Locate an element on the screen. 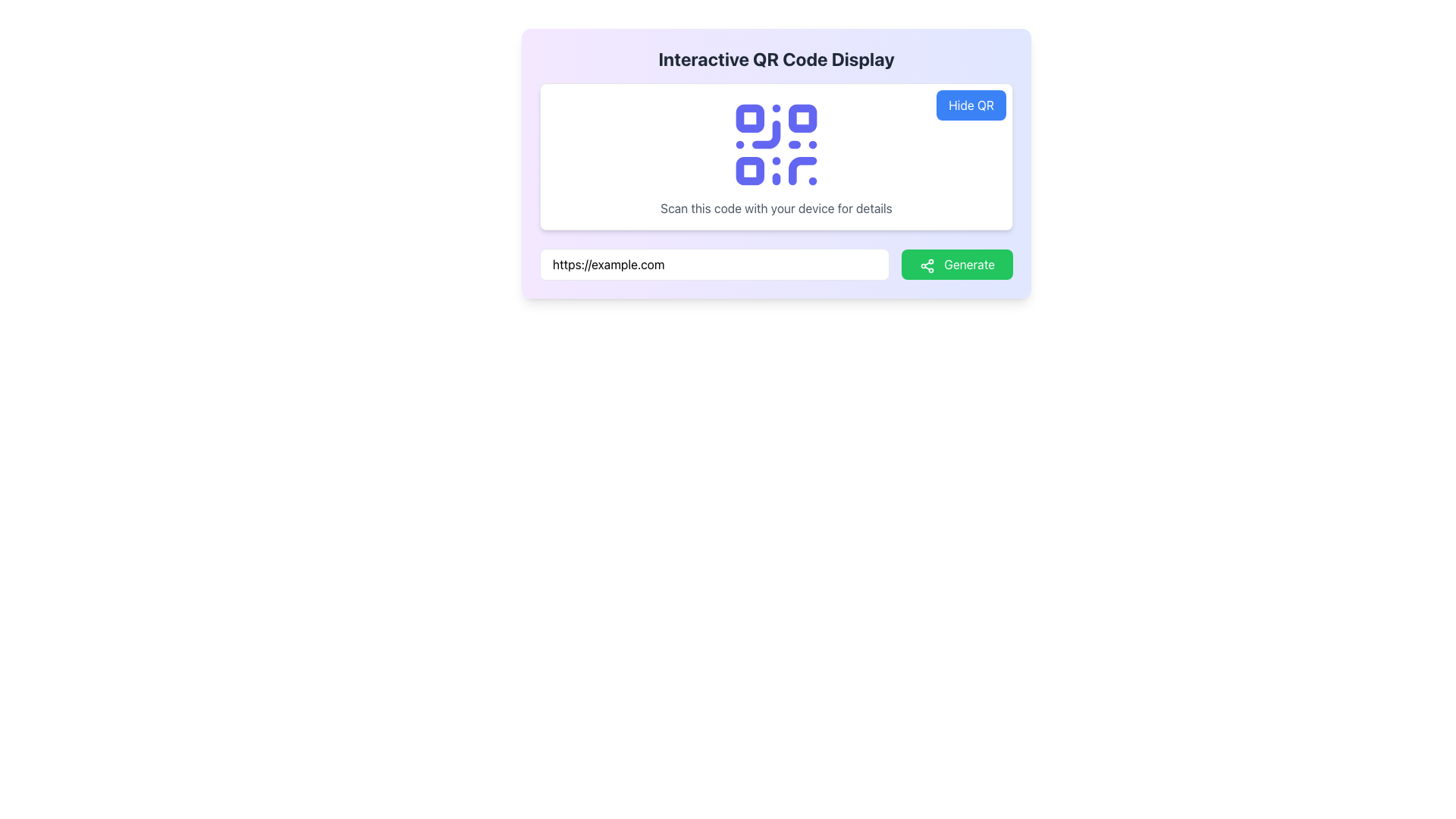  the curved graphical component forming part of the QR code display, located in the lower-right corner of the top-left square within the Interactive QR Code Display section is located at coordinates (766, 133).